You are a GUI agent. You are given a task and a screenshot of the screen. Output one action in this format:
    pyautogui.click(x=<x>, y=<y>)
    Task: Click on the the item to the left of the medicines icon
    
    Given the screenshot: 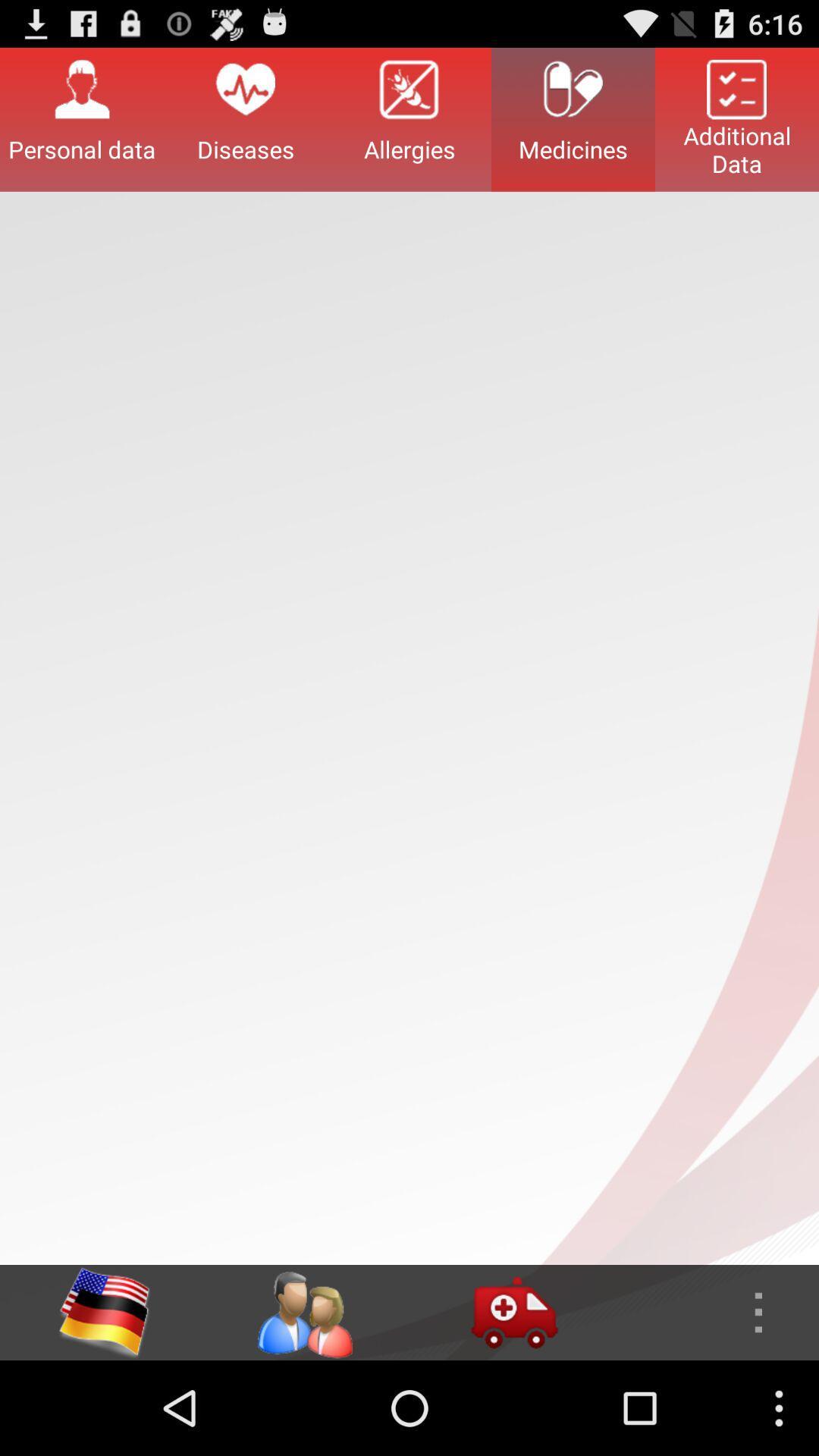 What is the action you would take?
    pyautogui.click(x=409, y=118)
    